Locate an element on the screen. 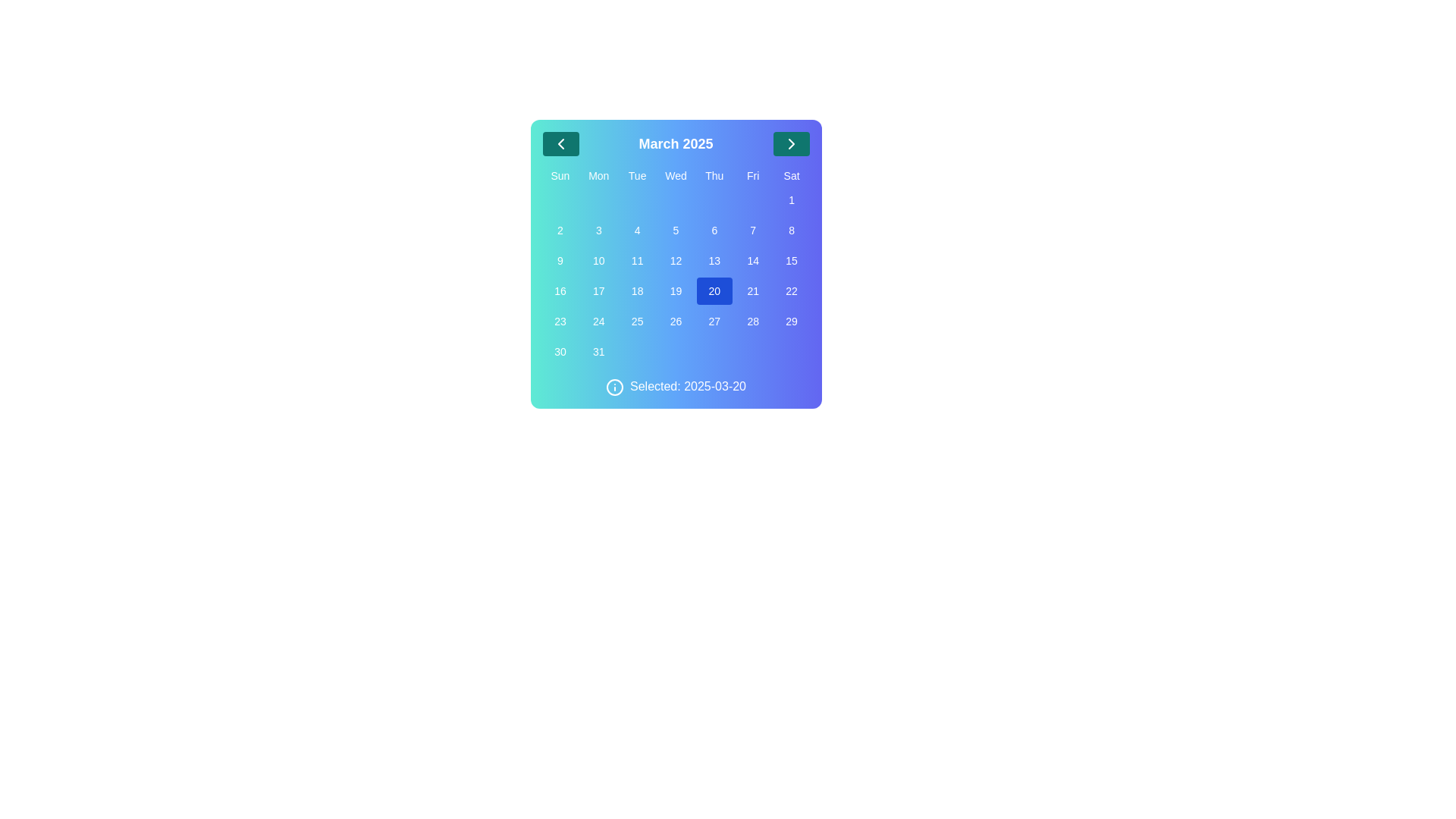 The image size is (1456, 819). the left-facing chevron arrow icon in the calendar widget's header is located at coordinates (560, 143).